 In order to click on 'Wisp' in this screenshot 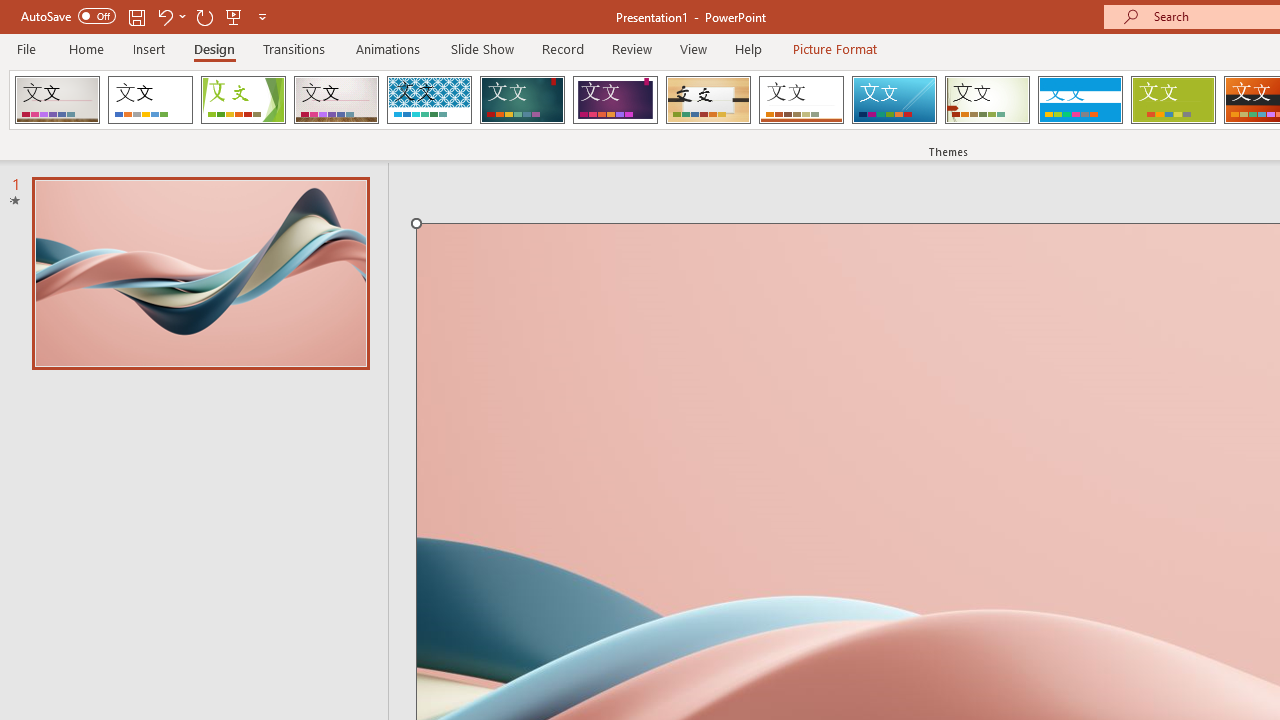, I will do `click(987, 100)`.